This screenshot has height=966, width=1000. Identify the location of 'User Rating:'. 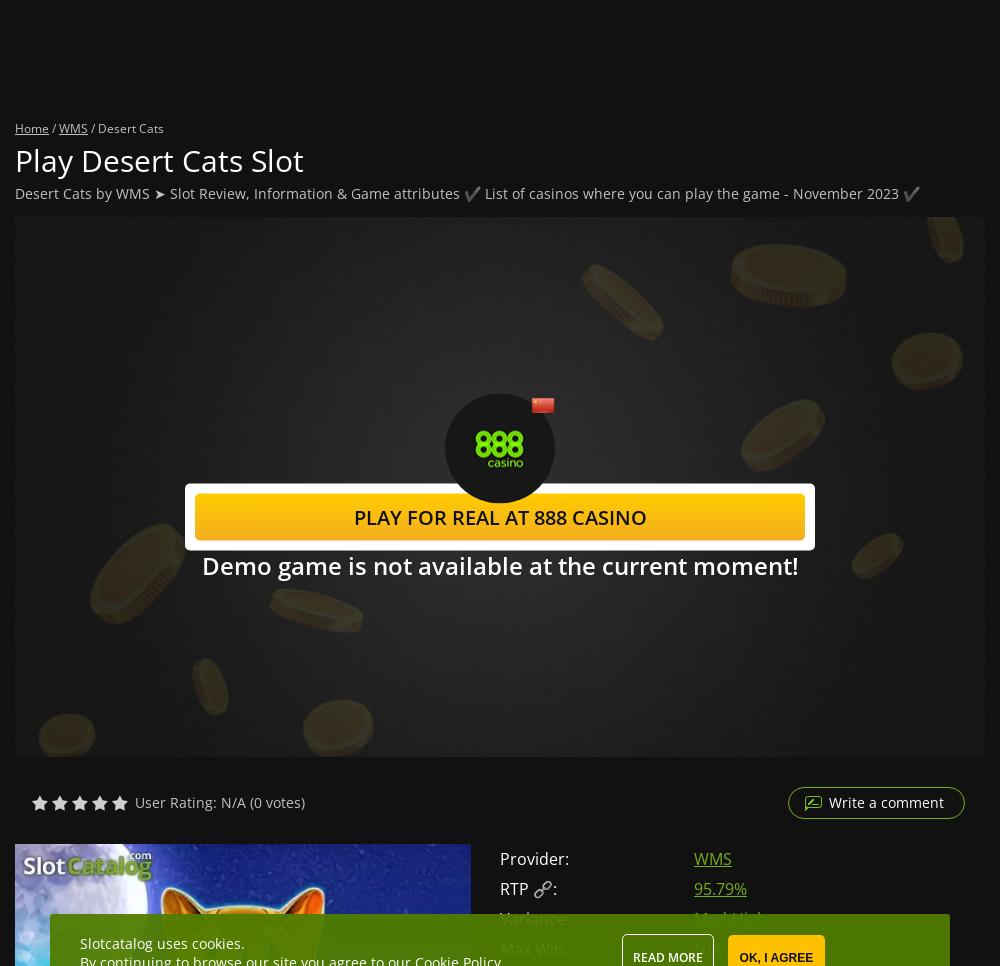
(178, 802).